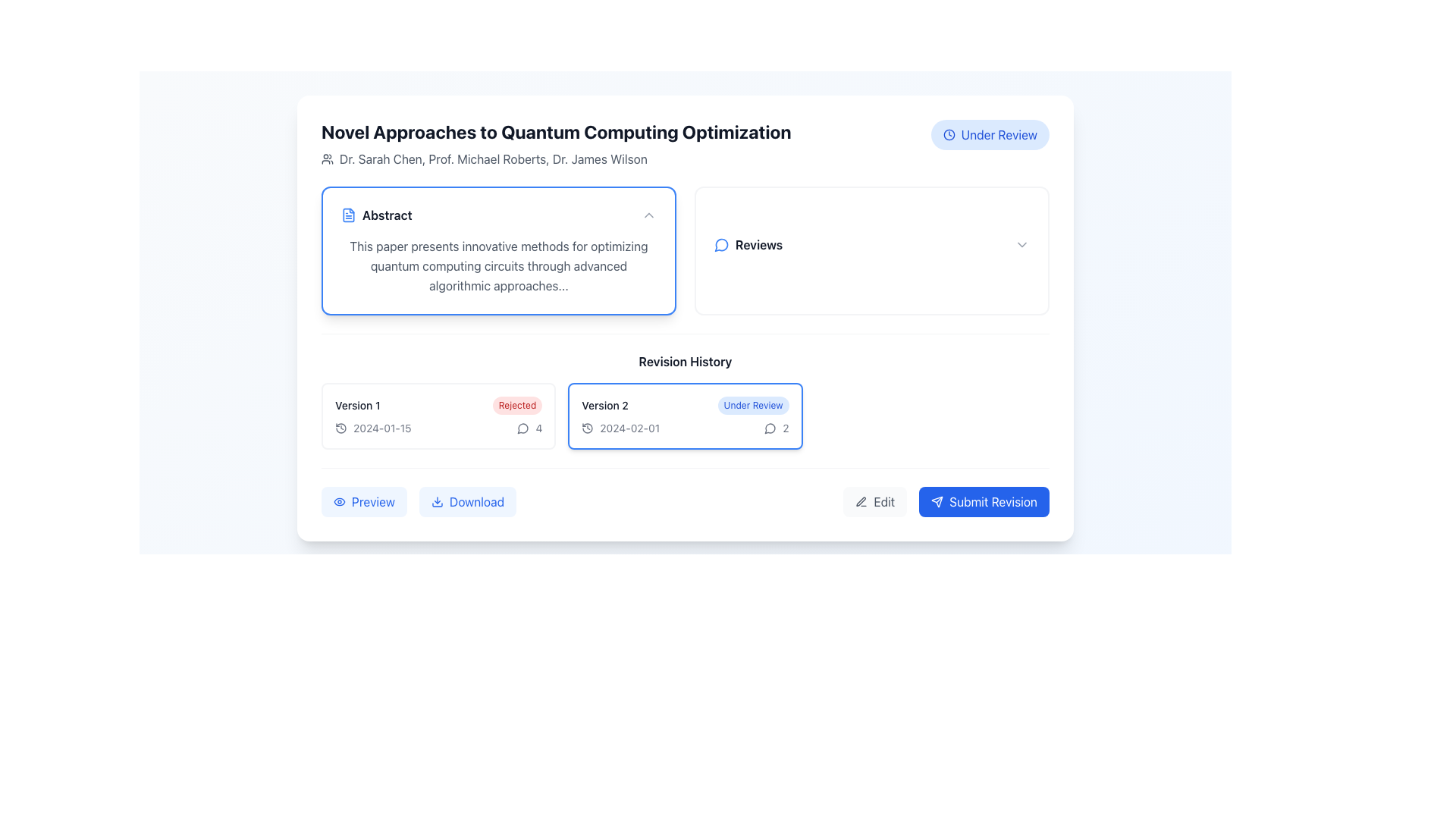 The image size is (1456, 819). Describe the element at coordinates (946, 502) in the screenshot. I see `the submit revisions button located at the bottom right of the interface` at that location.